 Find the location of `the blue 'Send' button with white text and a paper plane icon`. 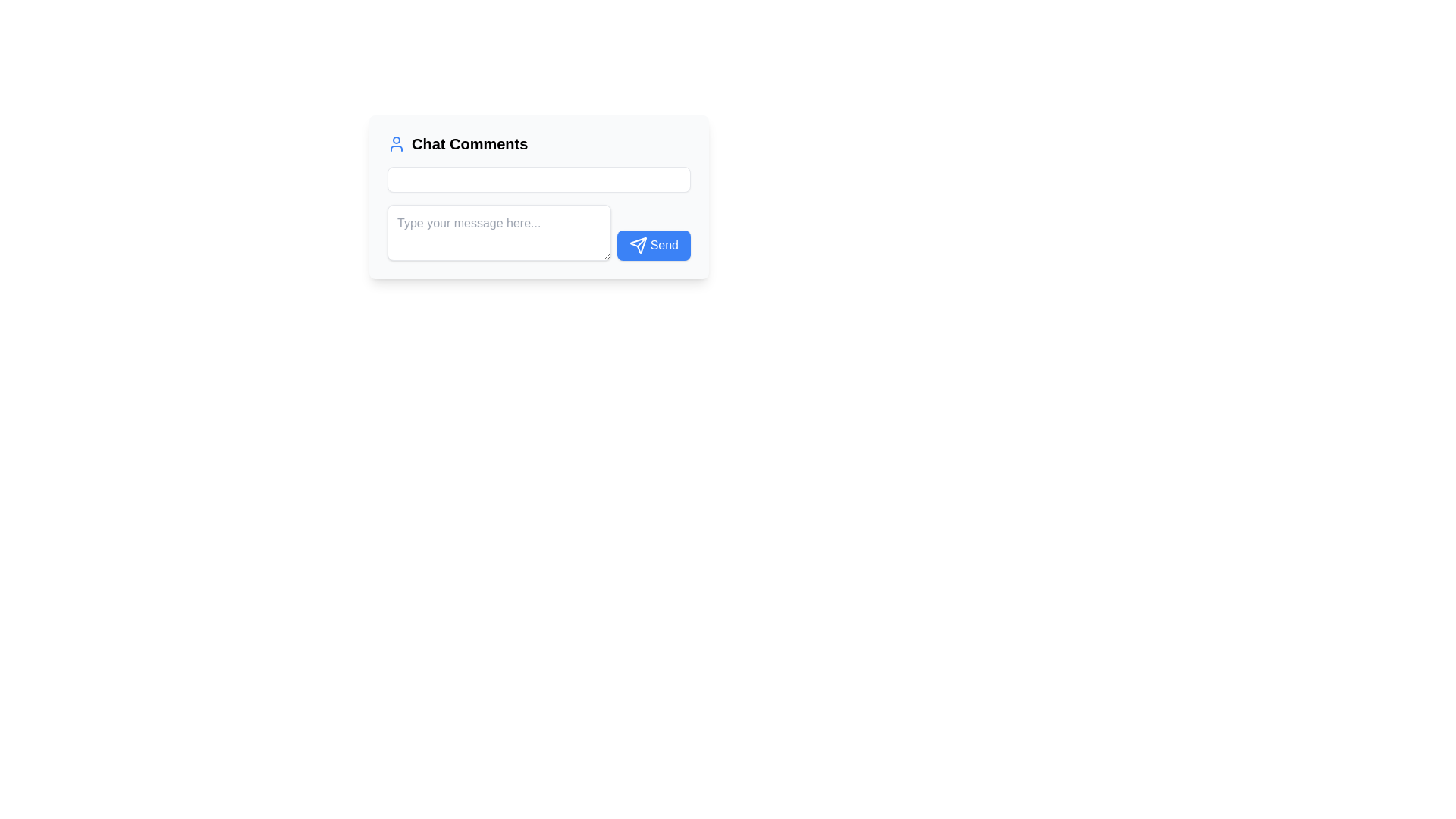

the blue 'Send' button with white text and a paper plane icon is located at coordinates (654, 245).